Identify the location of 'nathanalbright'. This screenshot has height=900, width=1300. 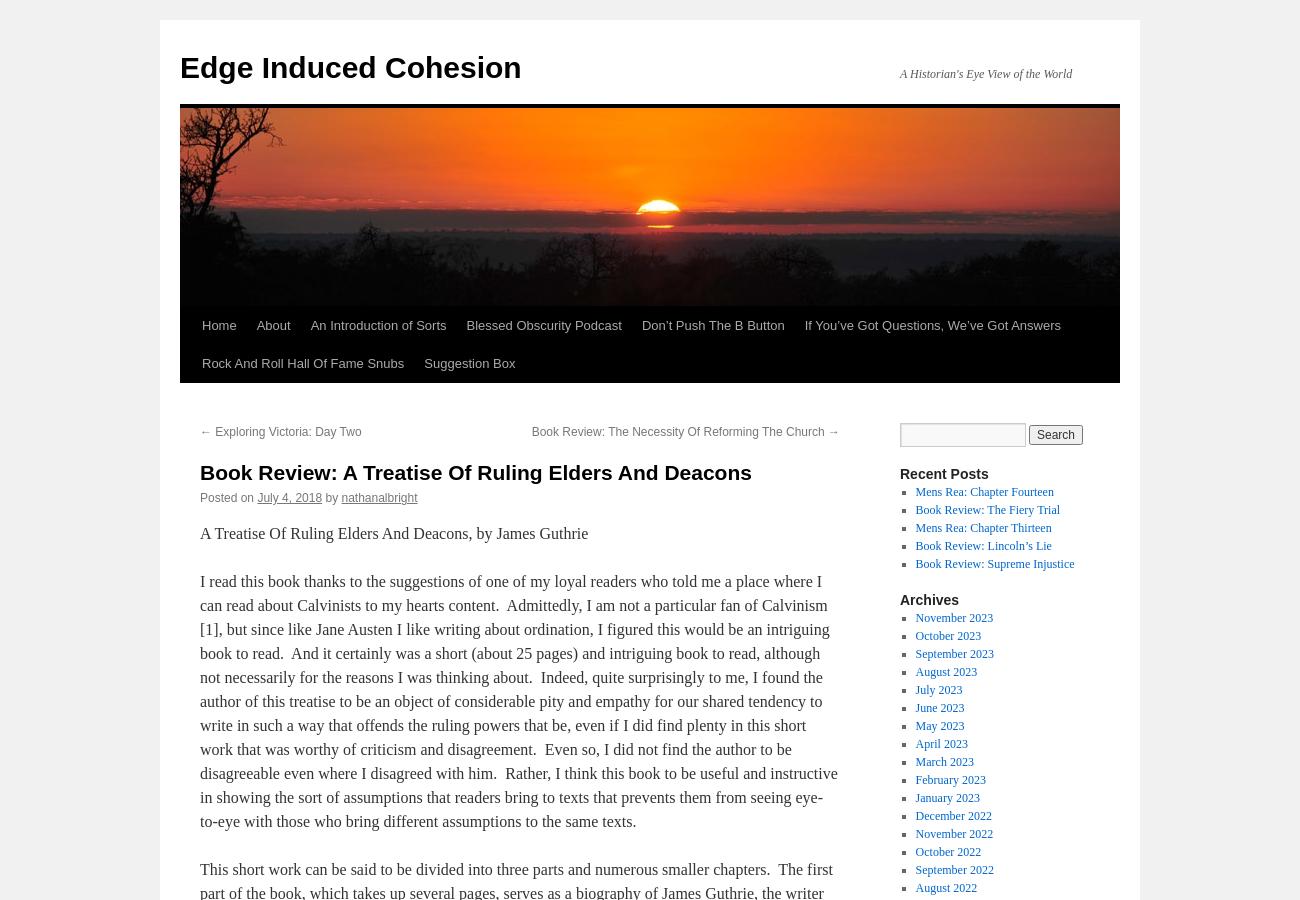
(339, 496).